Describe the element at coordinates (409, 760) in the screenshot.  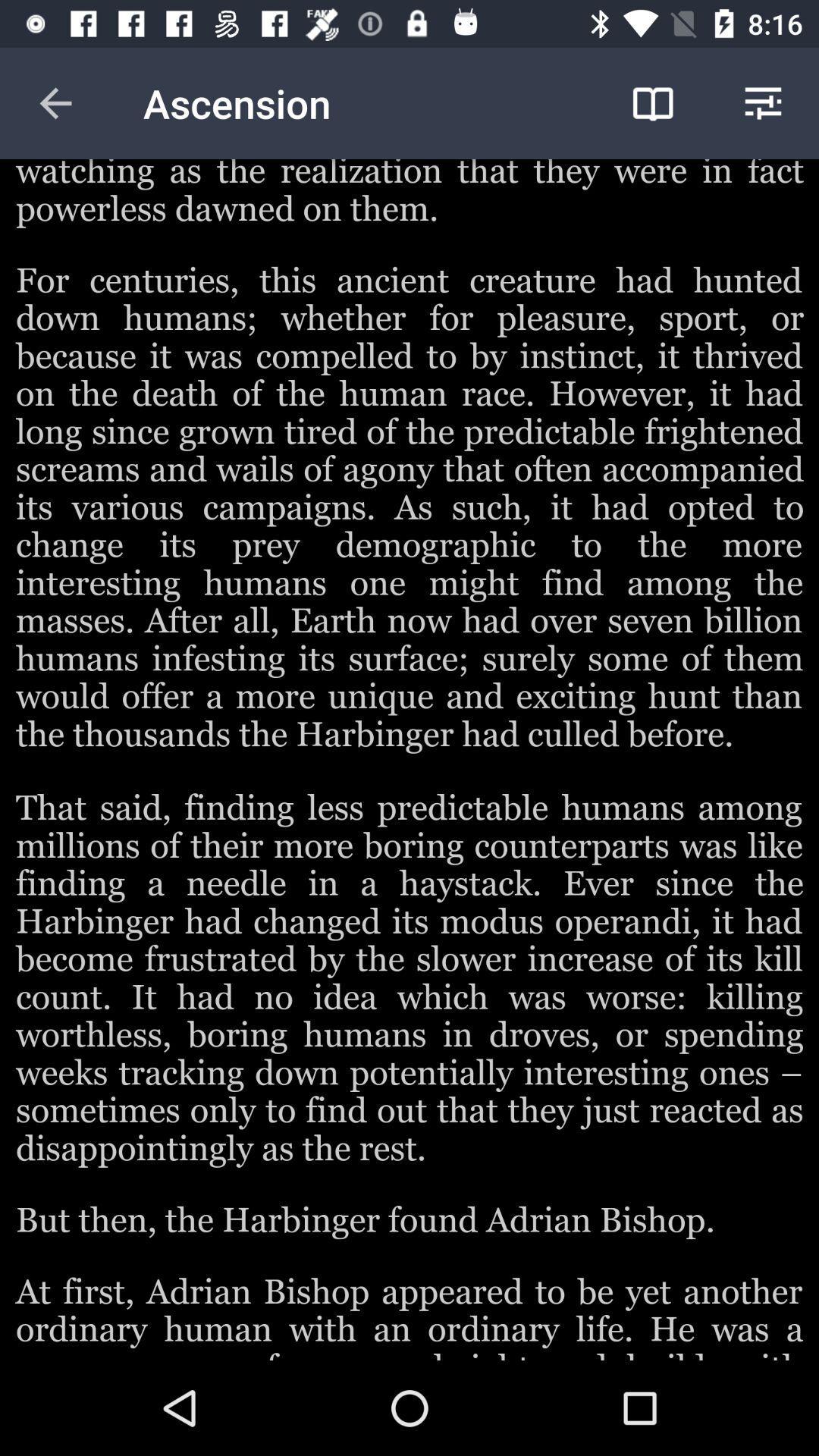
I see `colour pinter` at that location.